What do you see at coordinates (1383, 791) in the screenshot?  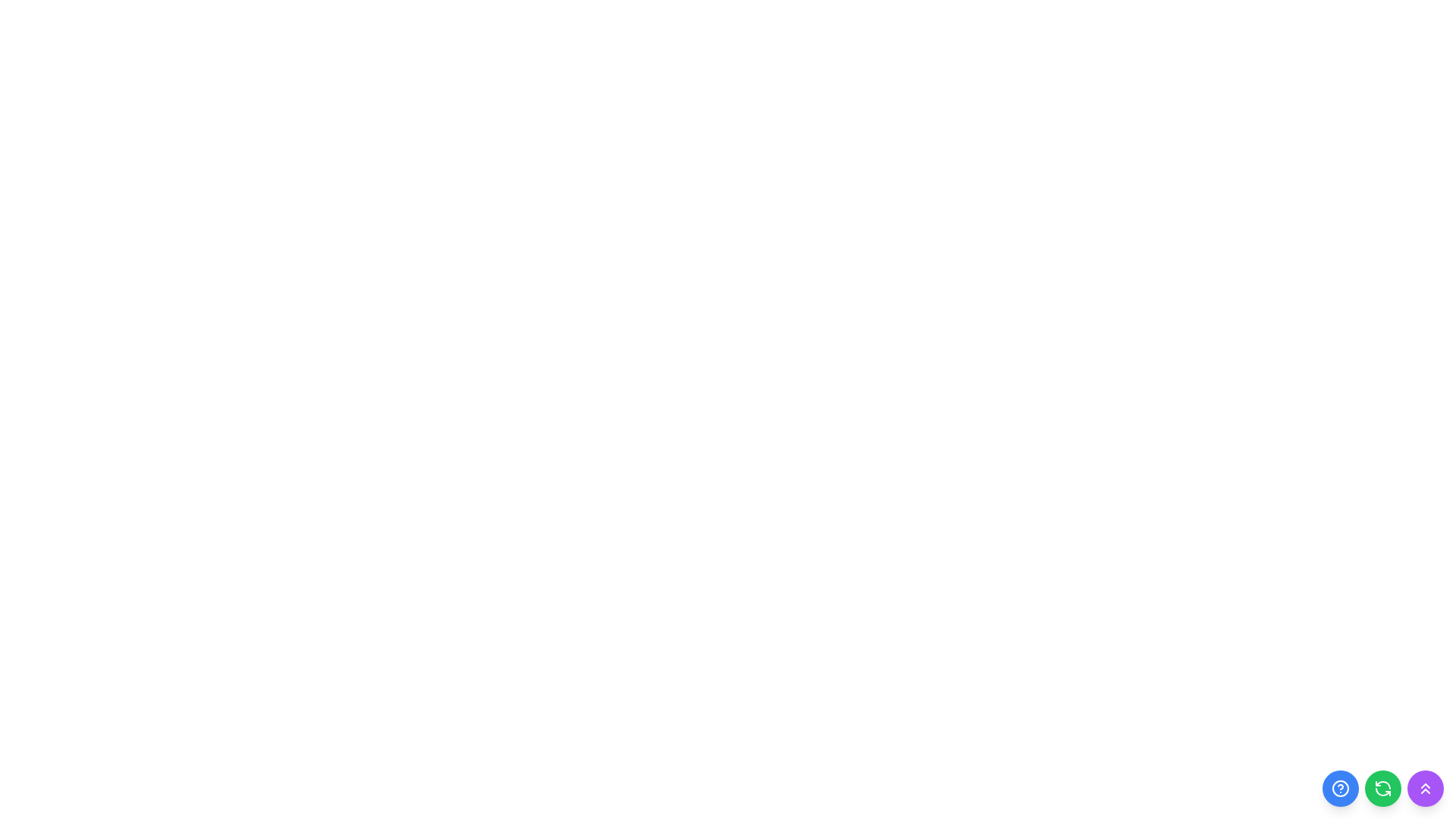 I see `the third segment of the circular arrow shape, which visually represents a curved arrow indicating rotation or refresh functionality` at bounding box center [1383, 791].